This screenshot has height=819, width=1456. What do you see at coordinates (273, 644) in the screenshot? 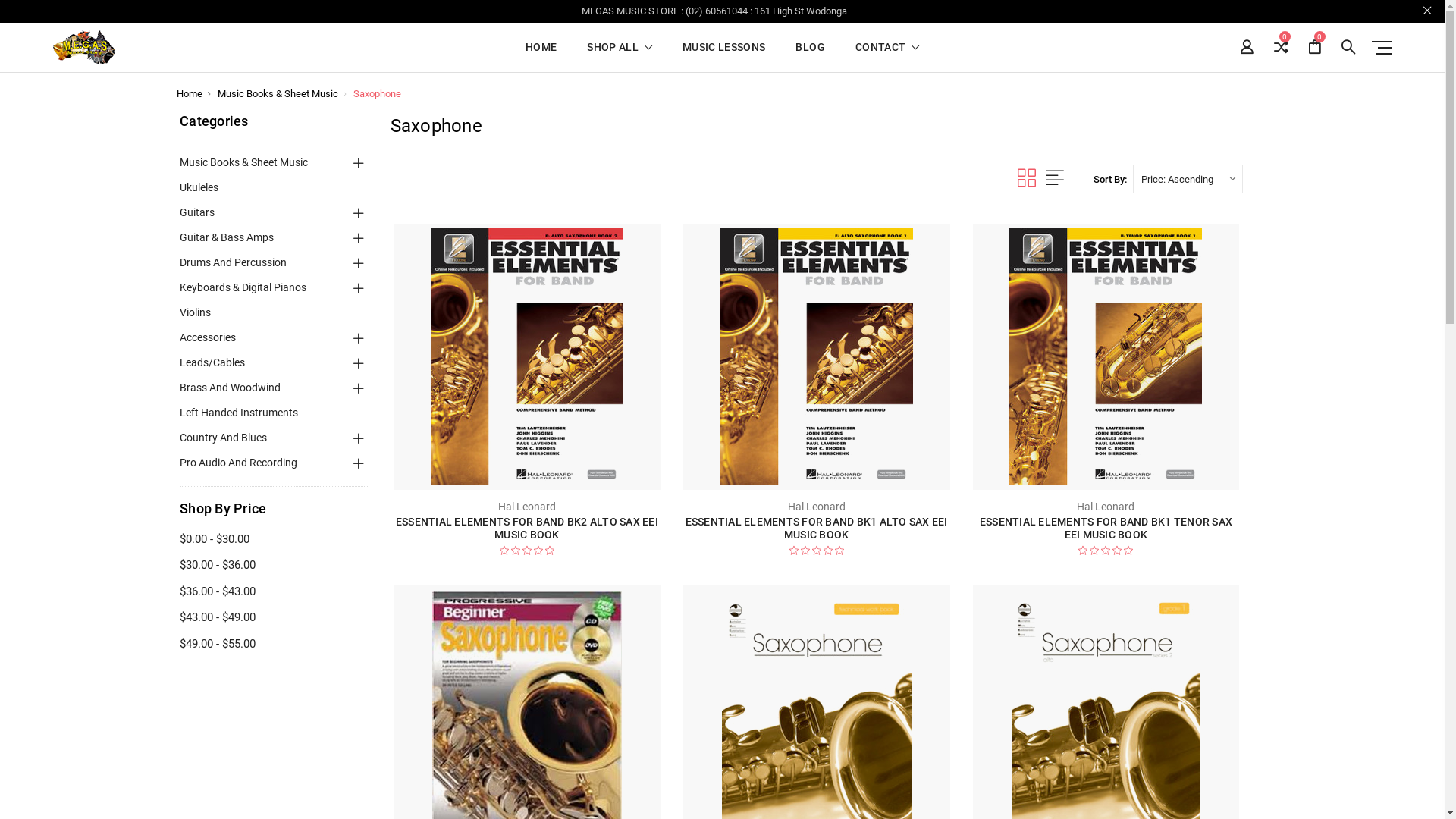
I see `'$49.00 - $55.00'` at bounding box center [273, 644].